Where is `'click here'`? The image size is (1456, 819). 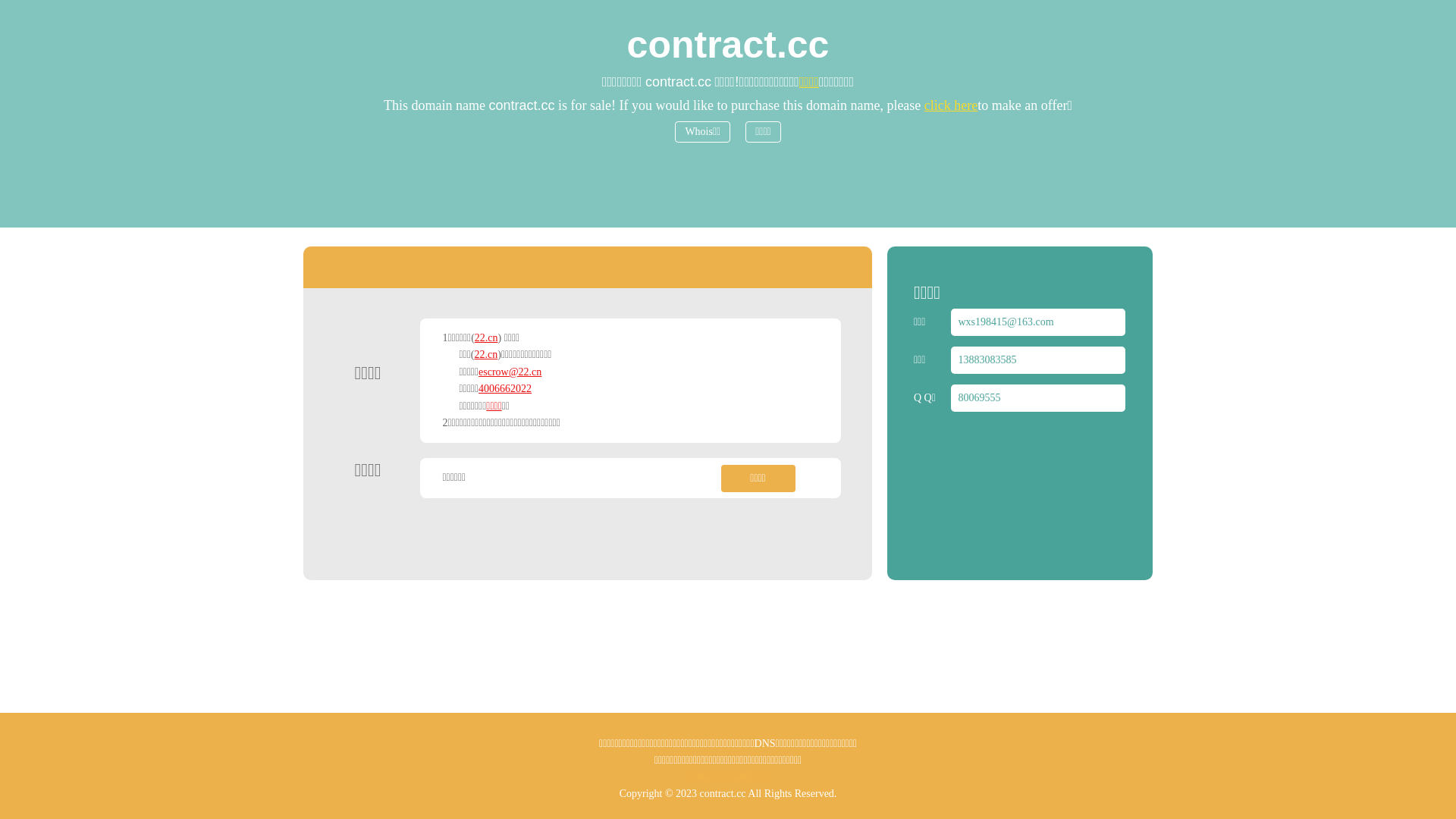 'click here' is located at coordinates (949, 104).